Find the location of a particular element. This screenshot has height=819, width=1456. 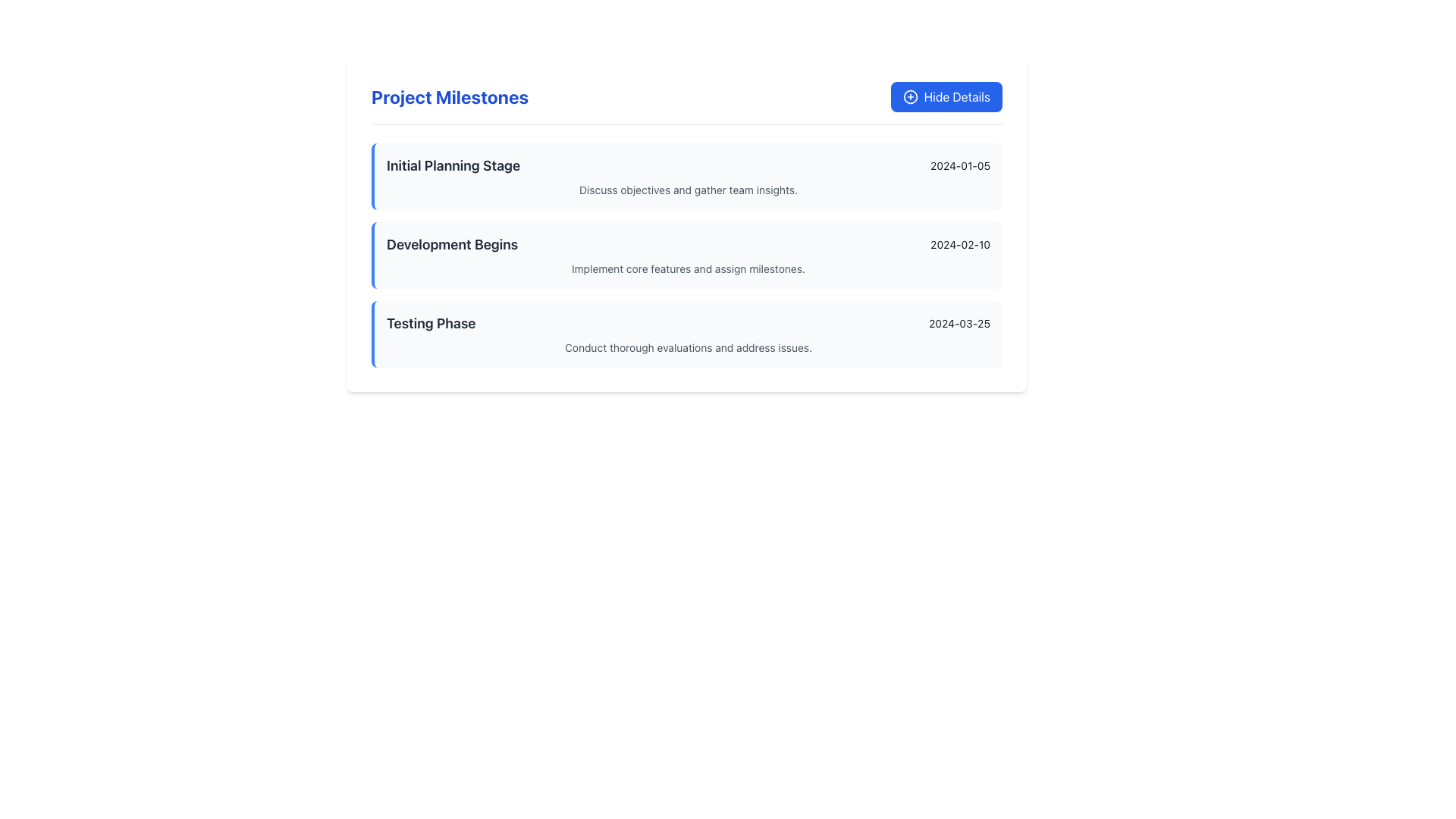

the milestone date text label located to the far right of 'Development Begins' in the 'Project Milestones' section is located at coordinates (959, 244).